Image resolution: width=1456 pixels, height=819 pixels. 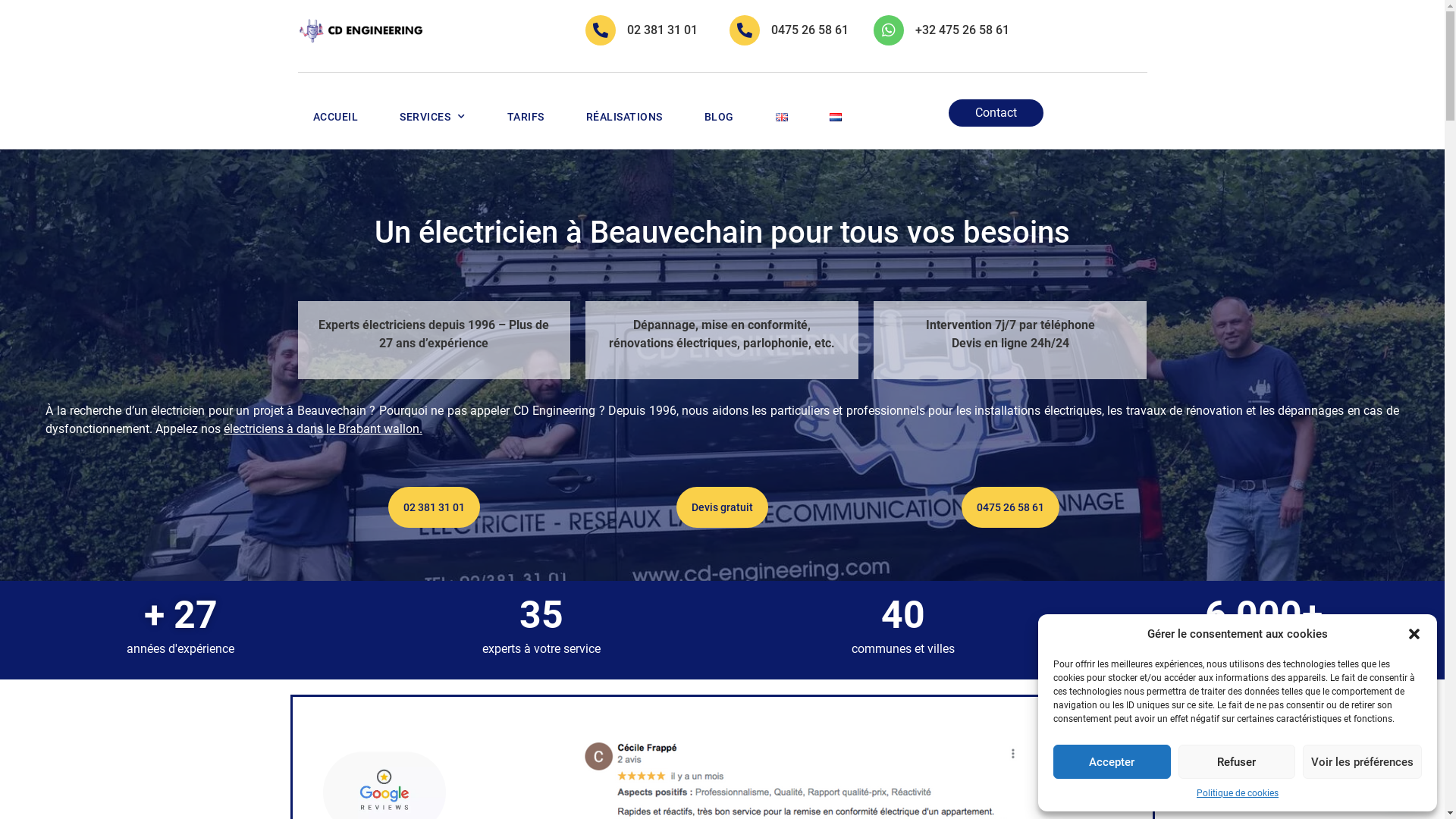 What do you see at coordinates (334, 116) in the screenshot?
I see `'ACCUEIL'` at bounding box center [334, 116].